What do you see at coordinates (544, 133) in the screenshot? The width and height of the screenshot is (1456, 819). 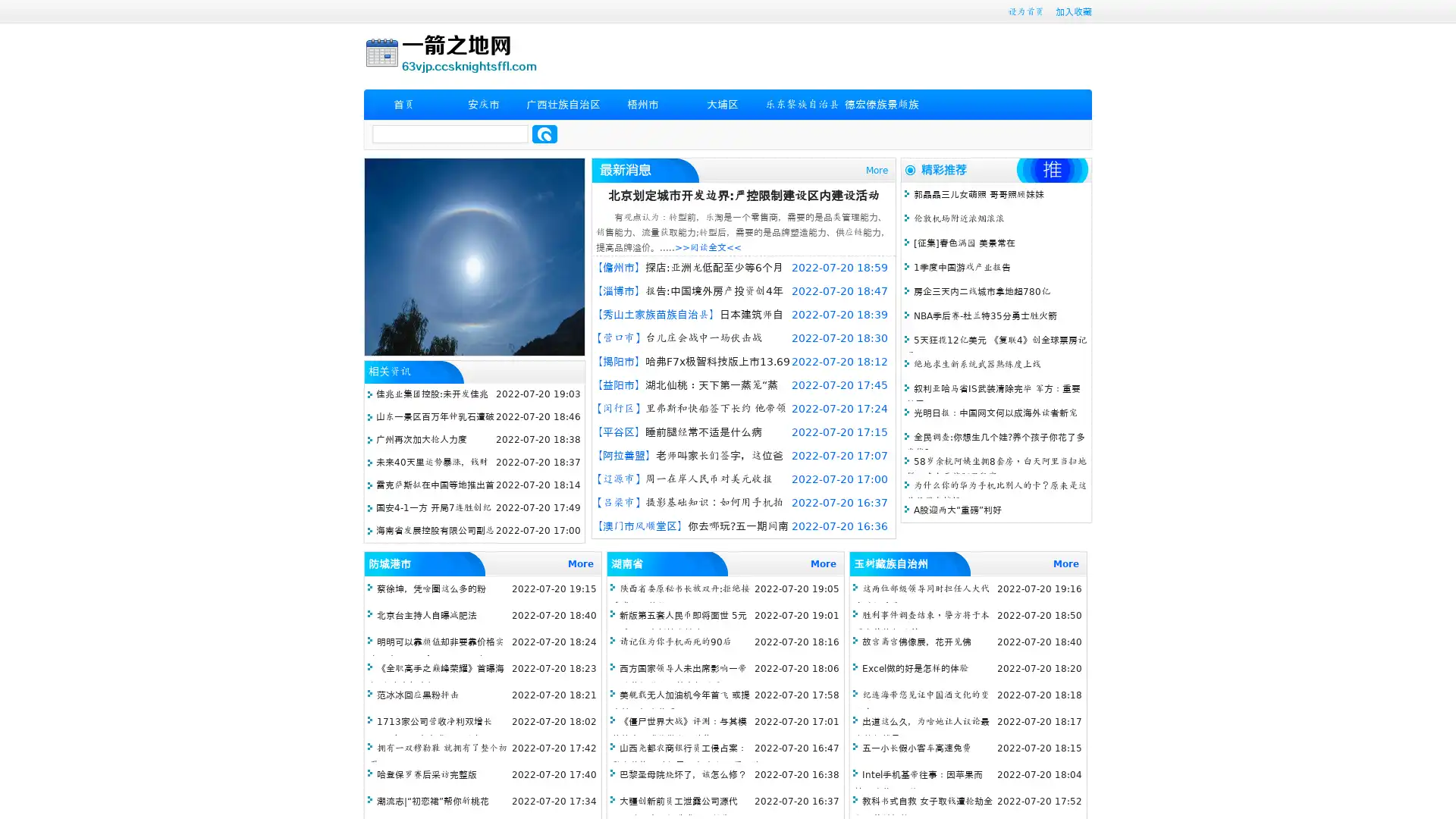 I see `Search` at bounding box center [544, 133].